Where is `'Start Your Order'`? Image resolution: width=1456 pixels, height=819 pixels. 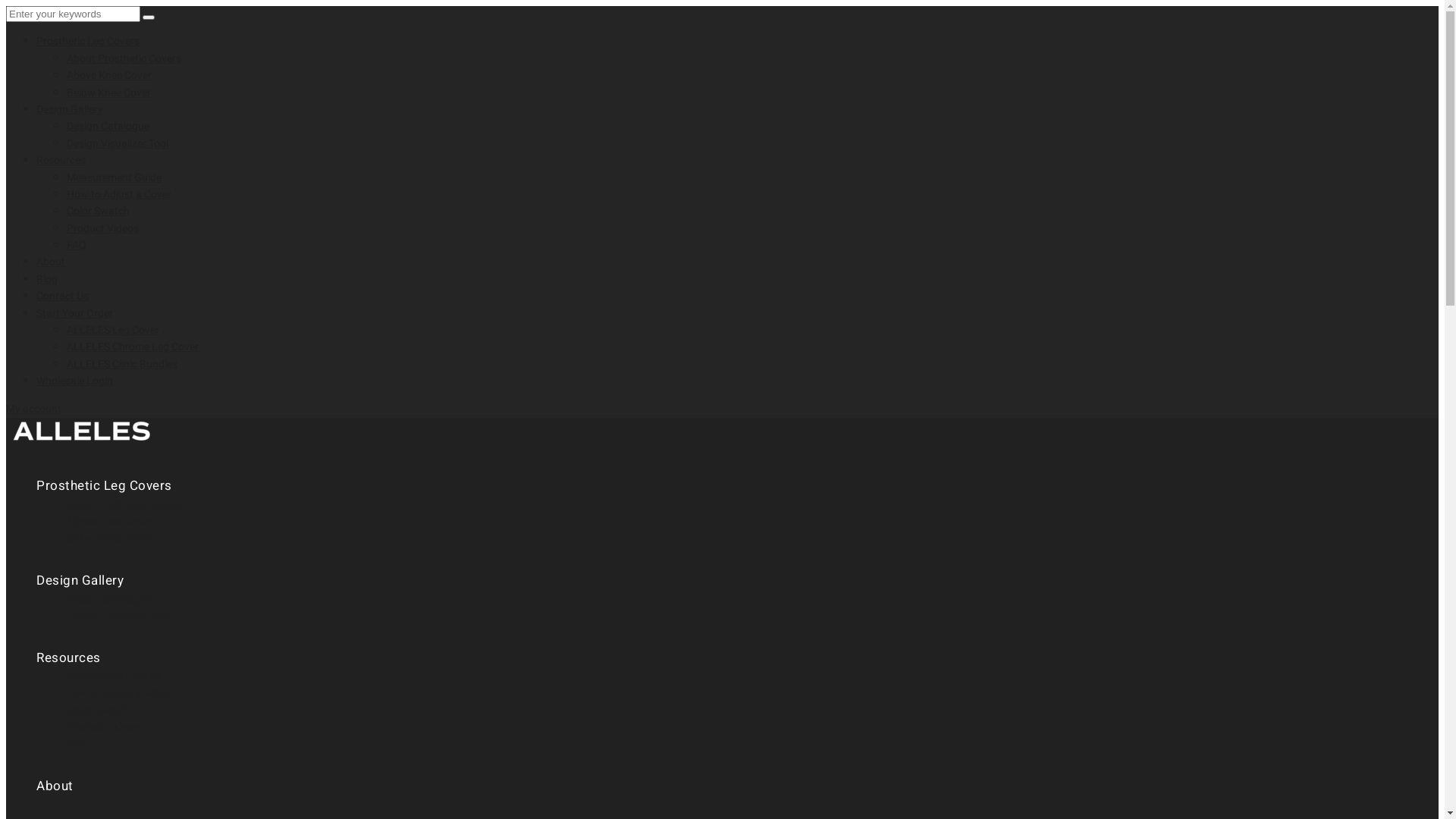 'Start Your Order' is located at coordinates (74, 312).